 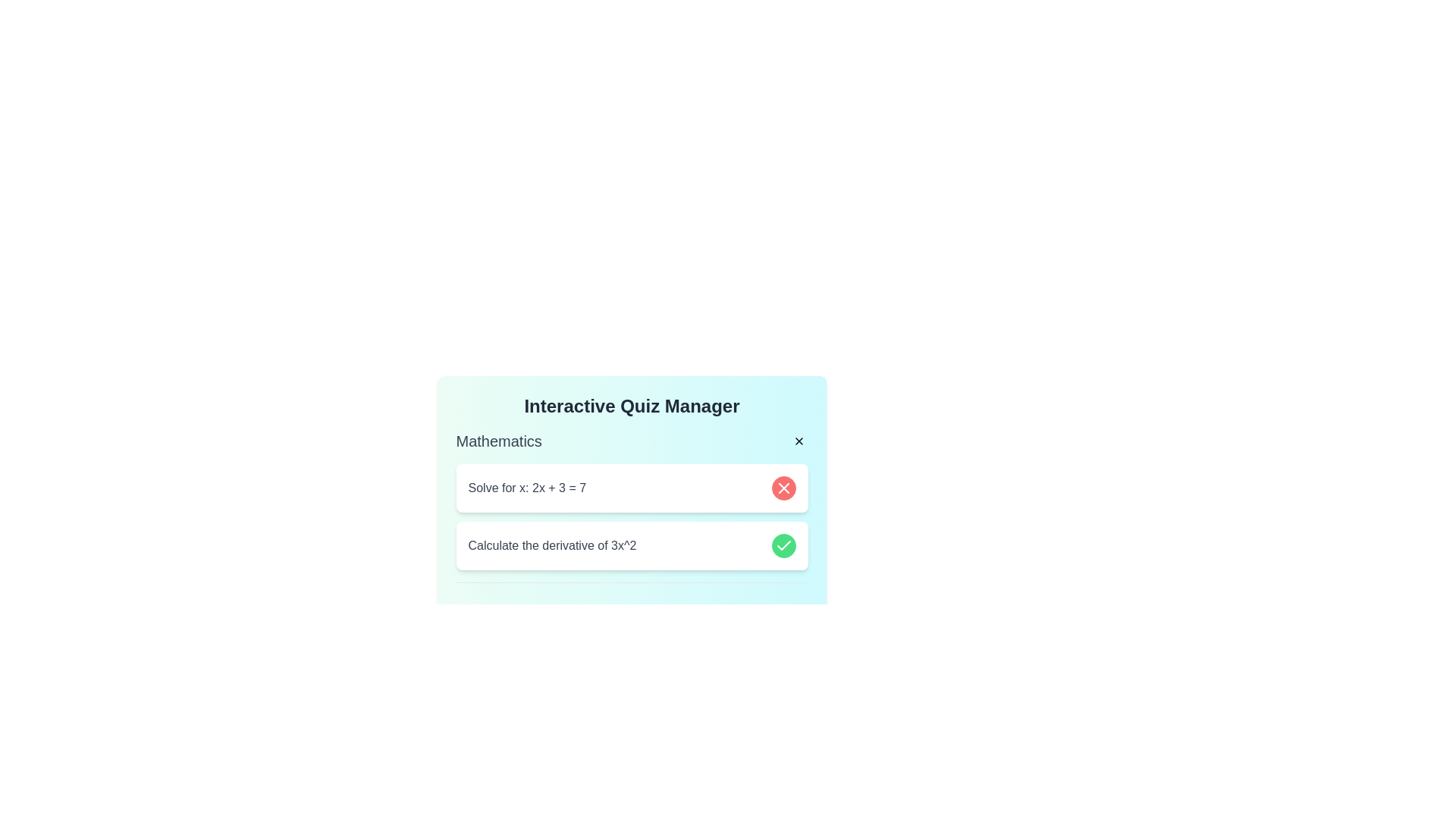 What do you see at coordinates (783, 544) in the screenshot?
I see `the checkmark icon within the green circular button on the right side of the second quiz question labeled 'Calculate the derivative of 3x^2'` at bounding box center [783, 544].